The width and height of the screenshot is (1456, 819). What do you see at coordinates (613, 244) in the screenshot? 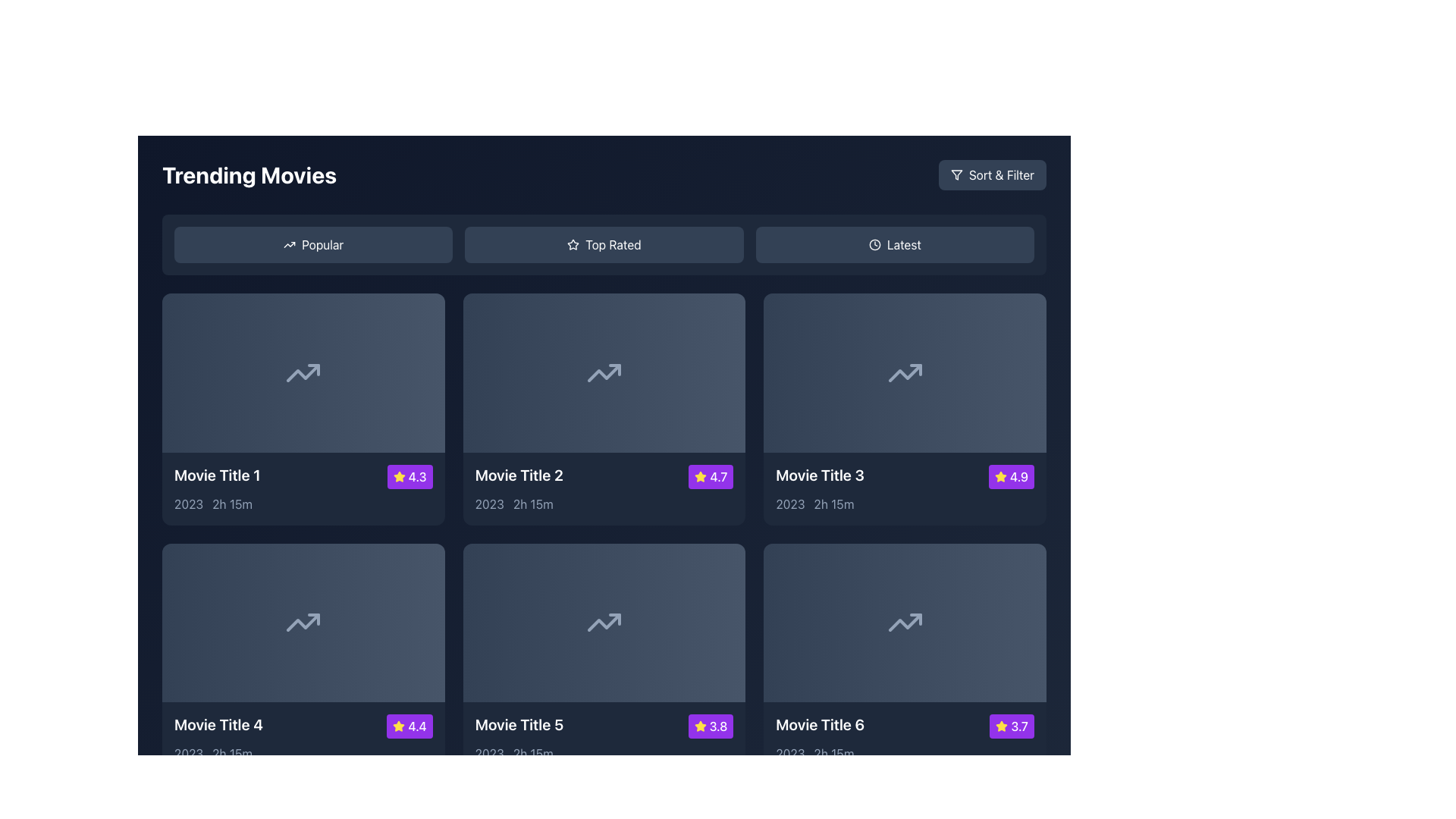
I see `the 'Top Rated' tab text label, which is the second button in a horizontal row of three buttons at the top center of the interface` at bounding box center [613, 244].